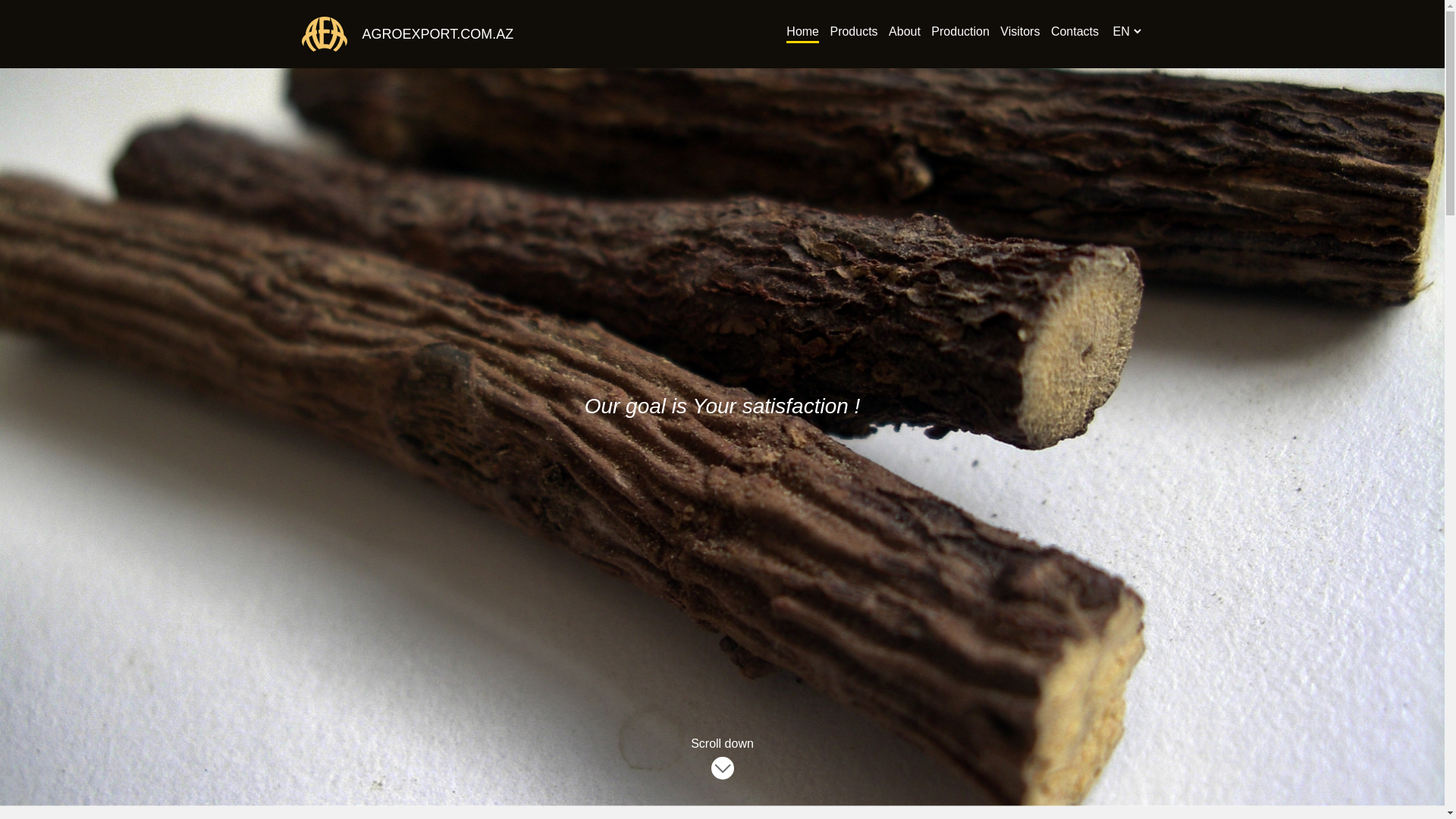 The width and height of the screenshot is (1456, 819). Describe the element at coordinates (959, 33) in the screenshot. I see `'Production'` at that location.